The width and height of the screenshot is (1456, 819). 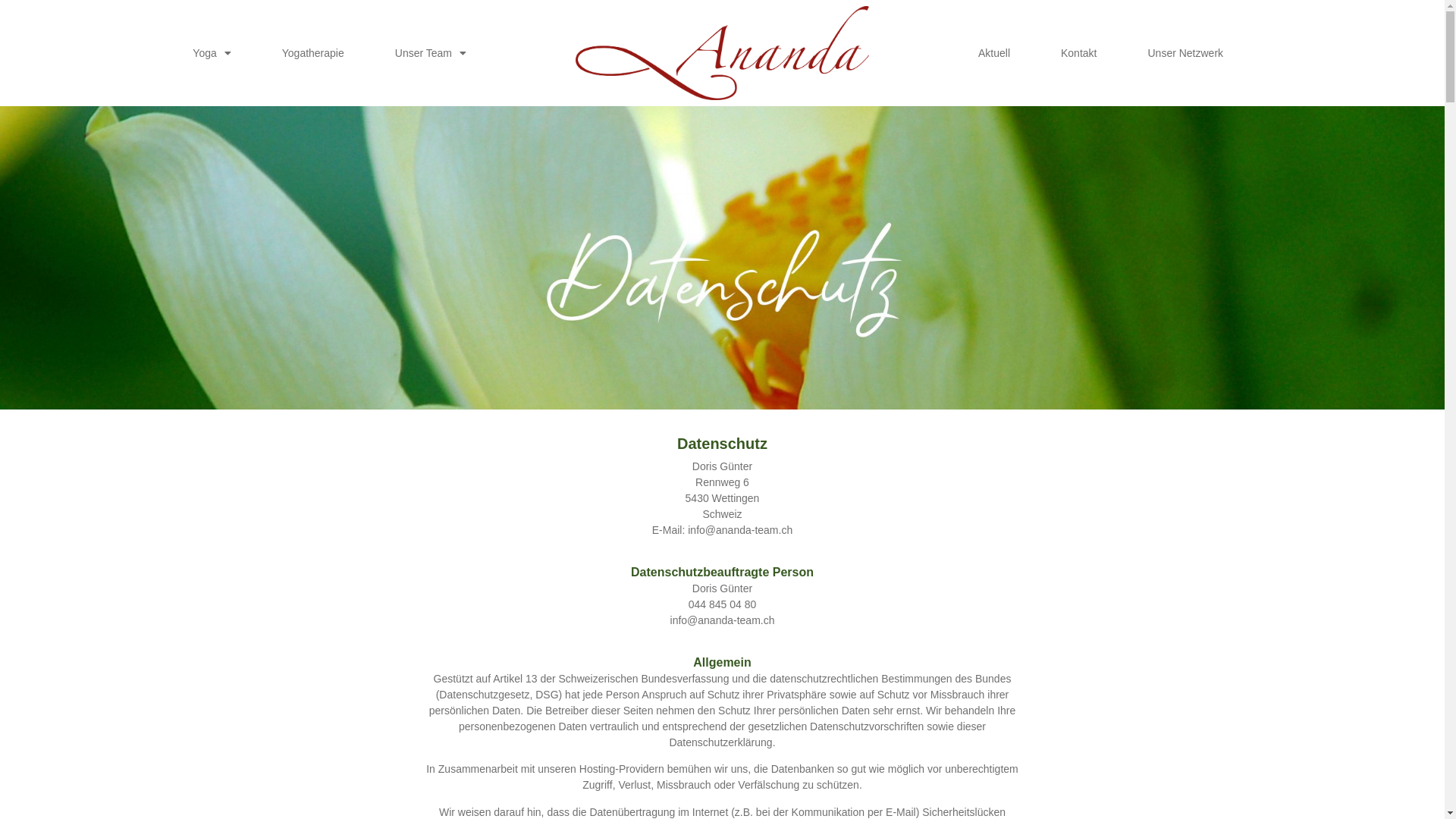 I want to click on 'Yogatherapie', so click(x=266, y=52).